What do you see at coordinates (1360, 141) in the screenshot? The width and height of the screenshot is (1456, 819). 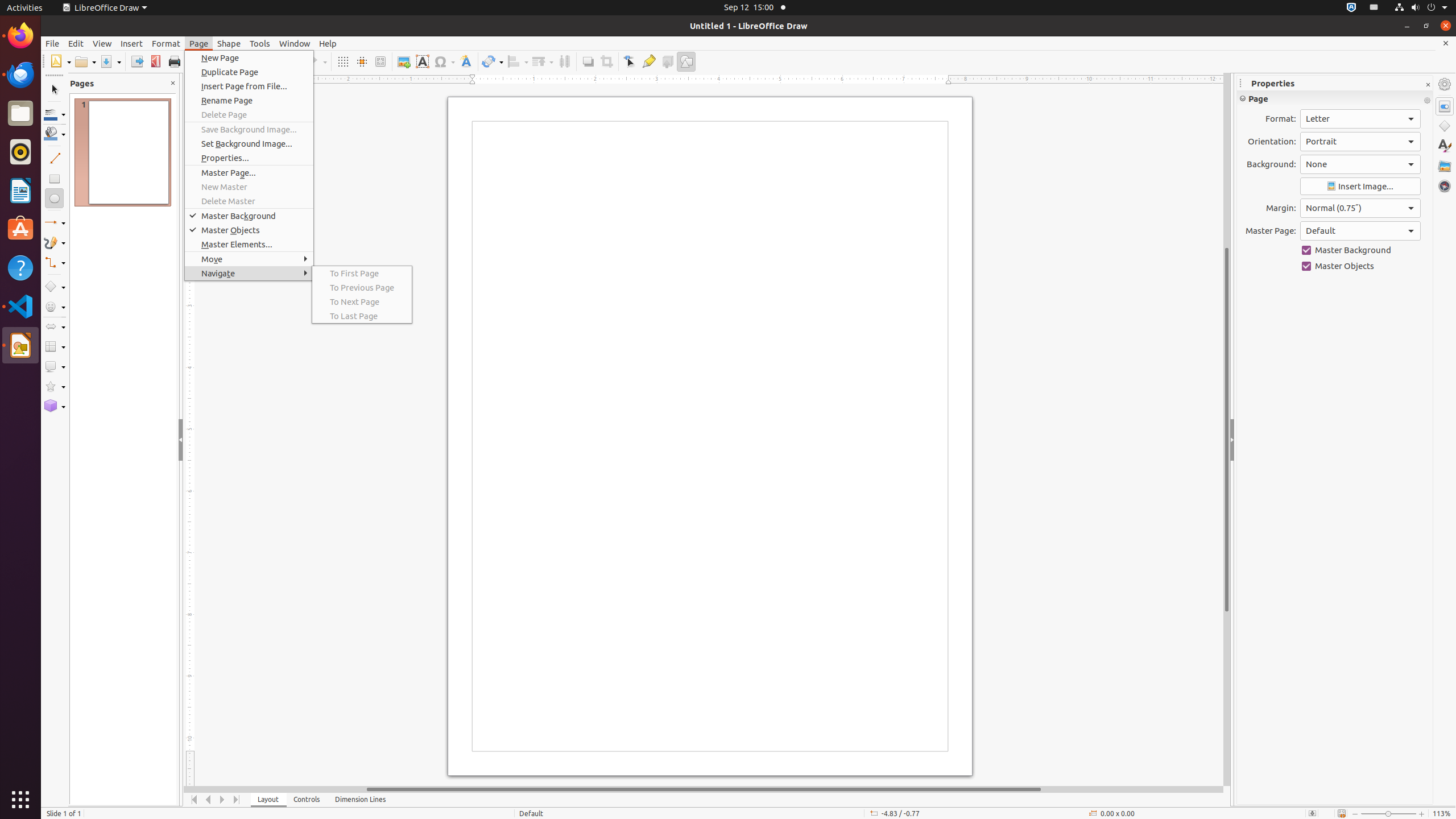 I see `'Orientation:'` at bounding box center [1360, 141].